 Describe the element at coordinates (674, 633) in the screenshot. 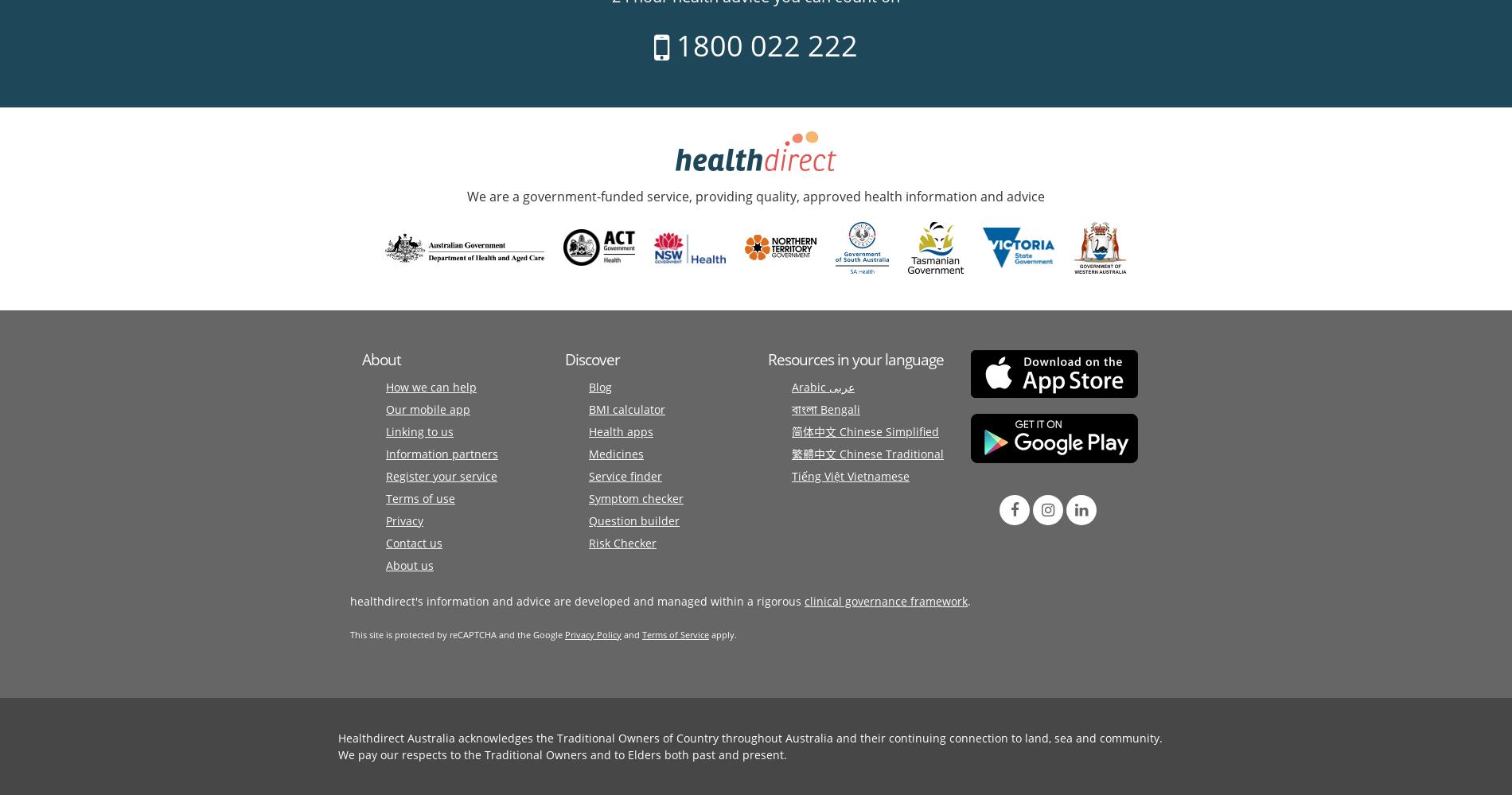

I see `'Terms of Service'` at that location.